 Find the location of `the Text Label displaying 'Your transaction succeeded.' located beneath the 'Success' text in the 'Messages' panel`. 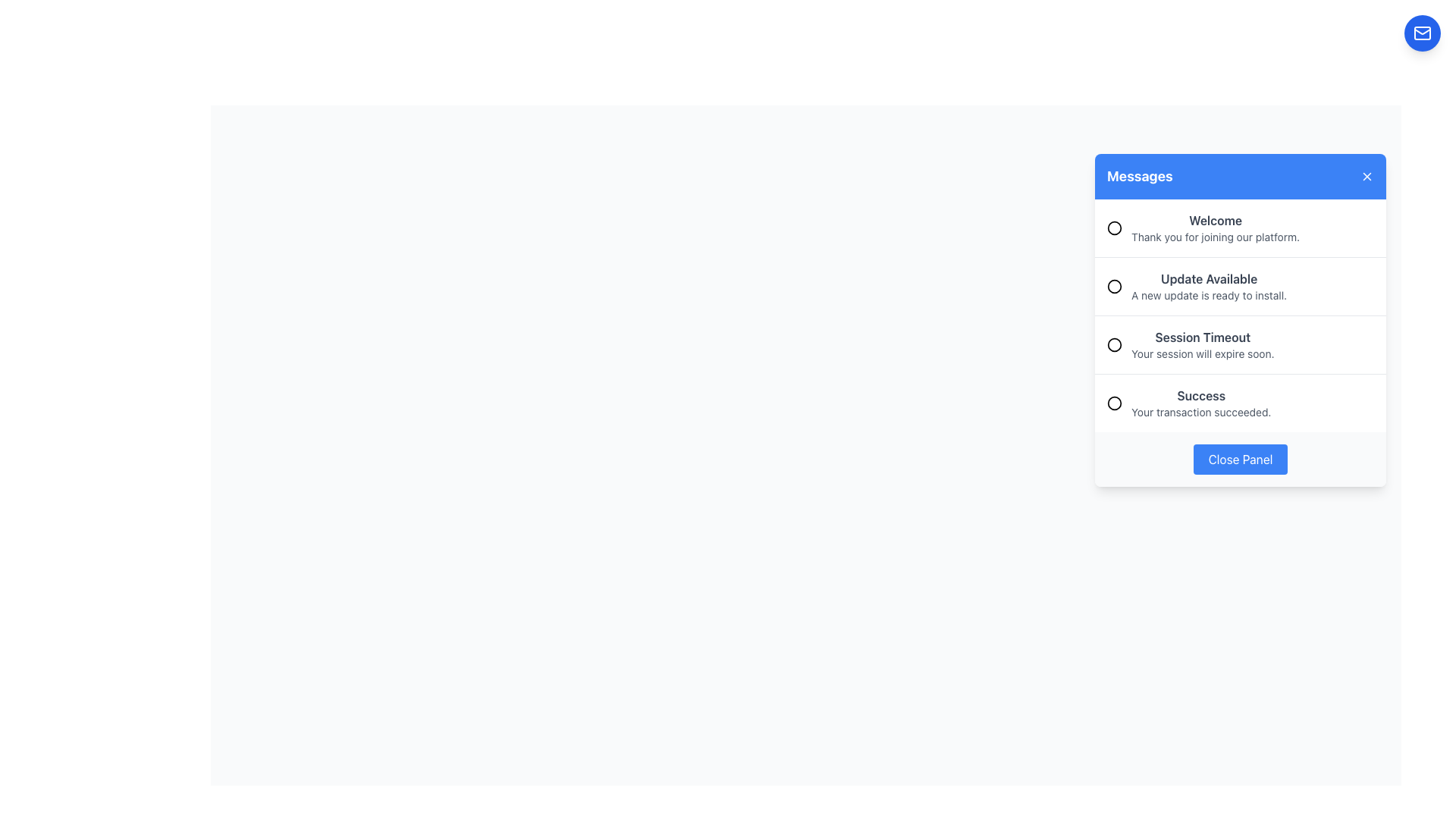

the Text Label displaying 'Your transaction succeeded.' located beneath the 'Success' text in the 'Messages' panel is located at coordinates (1200, 412).